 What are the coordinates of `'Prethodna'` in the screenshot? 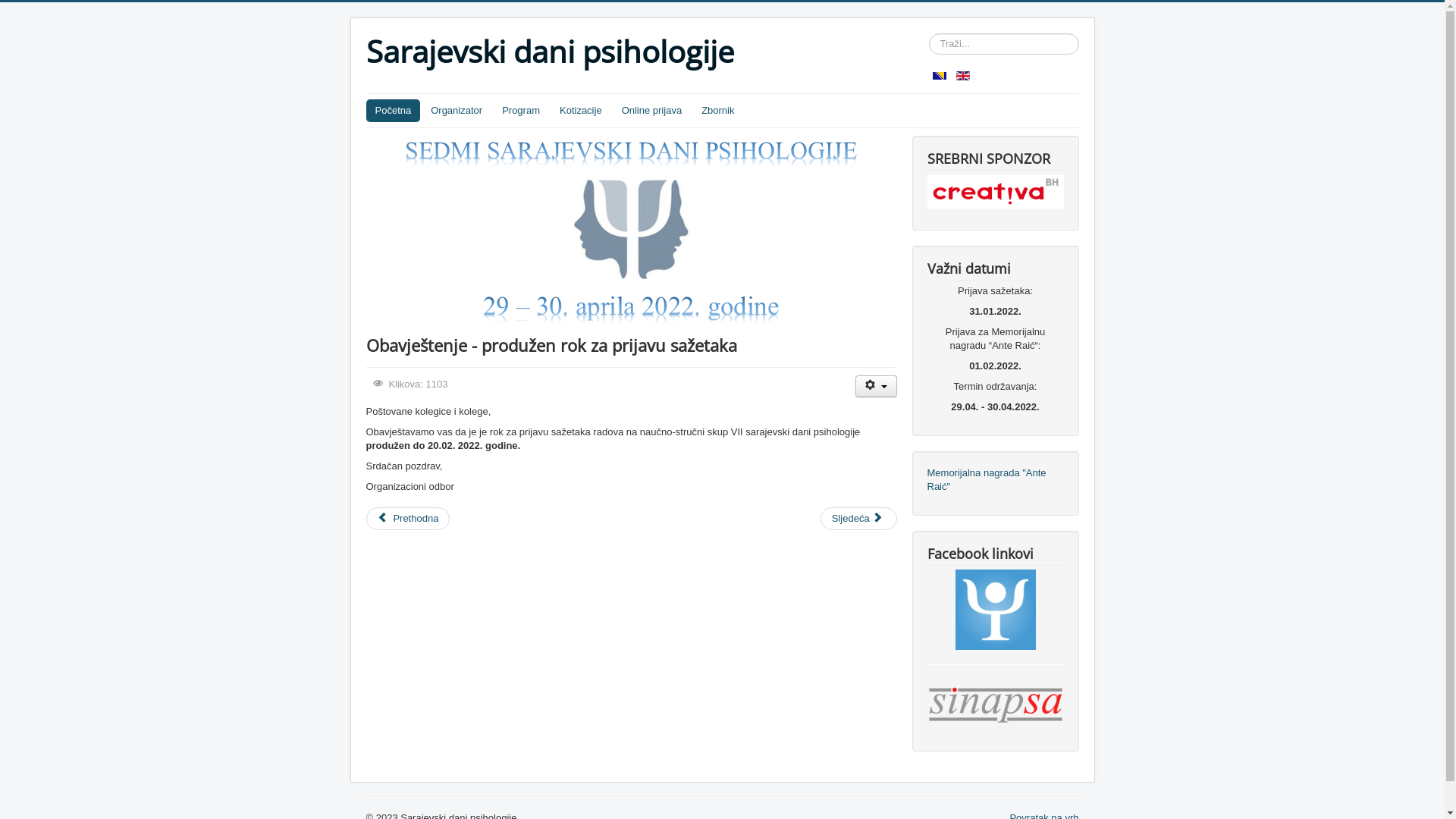 It's located at (407, 517).